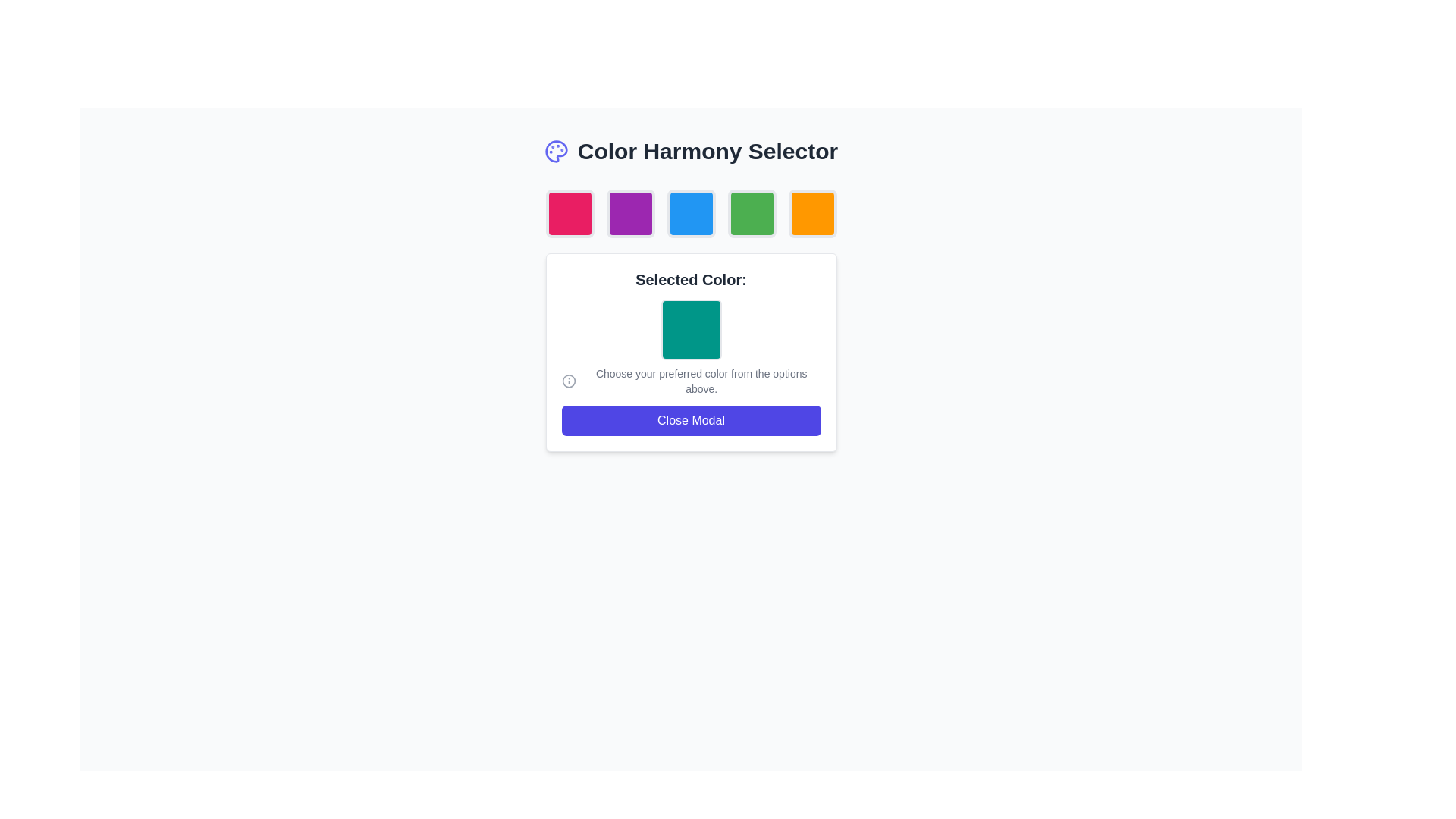 Image resolution: width=1456 pixels, height=819 pixels. I want to click on the informational icon located immediately to the left of the text 'Choose your preferred color from the options above.' in the lower center of the modal dialog box, so click(568, 380).